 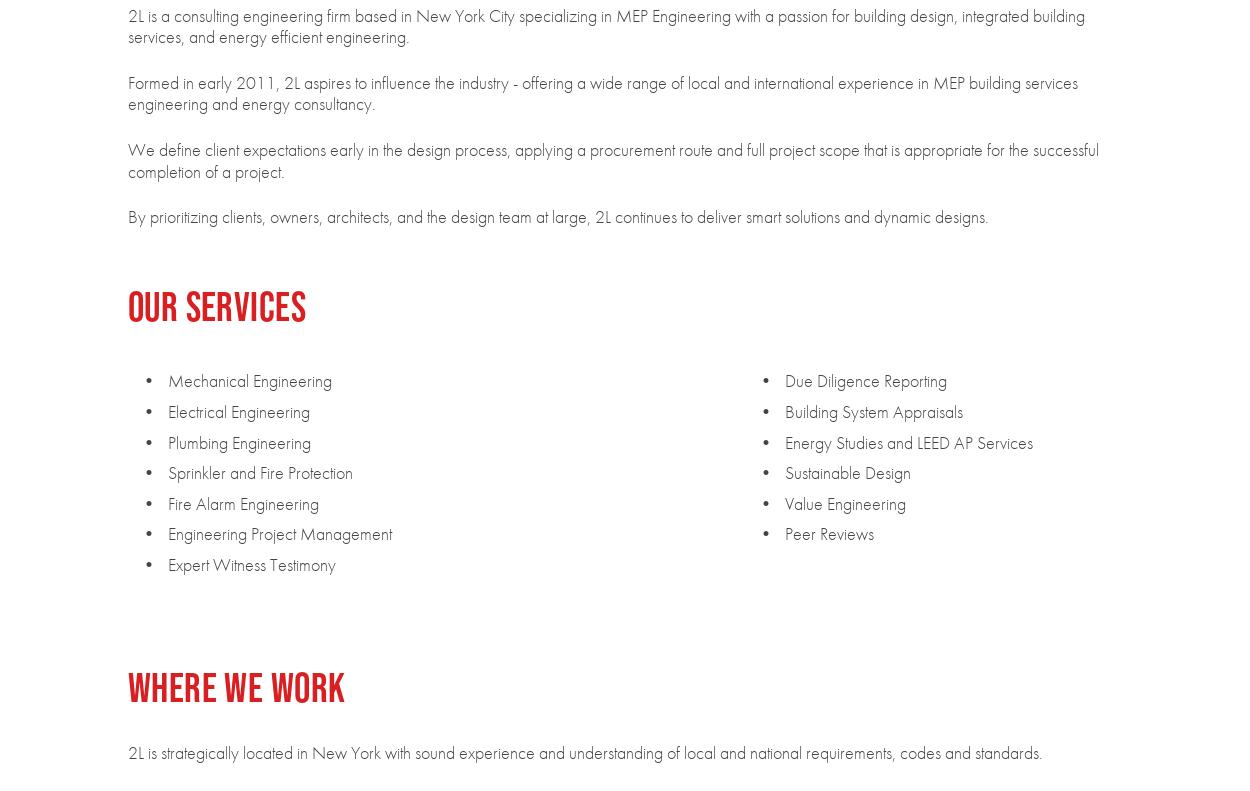 What do you see at coordinates (259, 471) in the screenshot?
I see `'Sprinkler and Fire Protection'` at bounding box center [259, 471].